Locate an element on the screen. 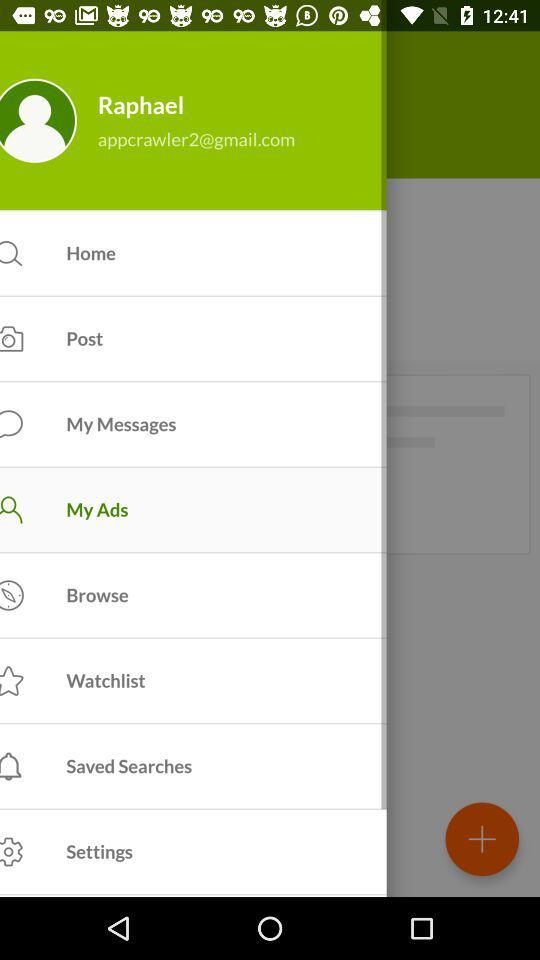 The height and width of the screenshot is (960, 540). the add icon is located at coordinates (481, 839).